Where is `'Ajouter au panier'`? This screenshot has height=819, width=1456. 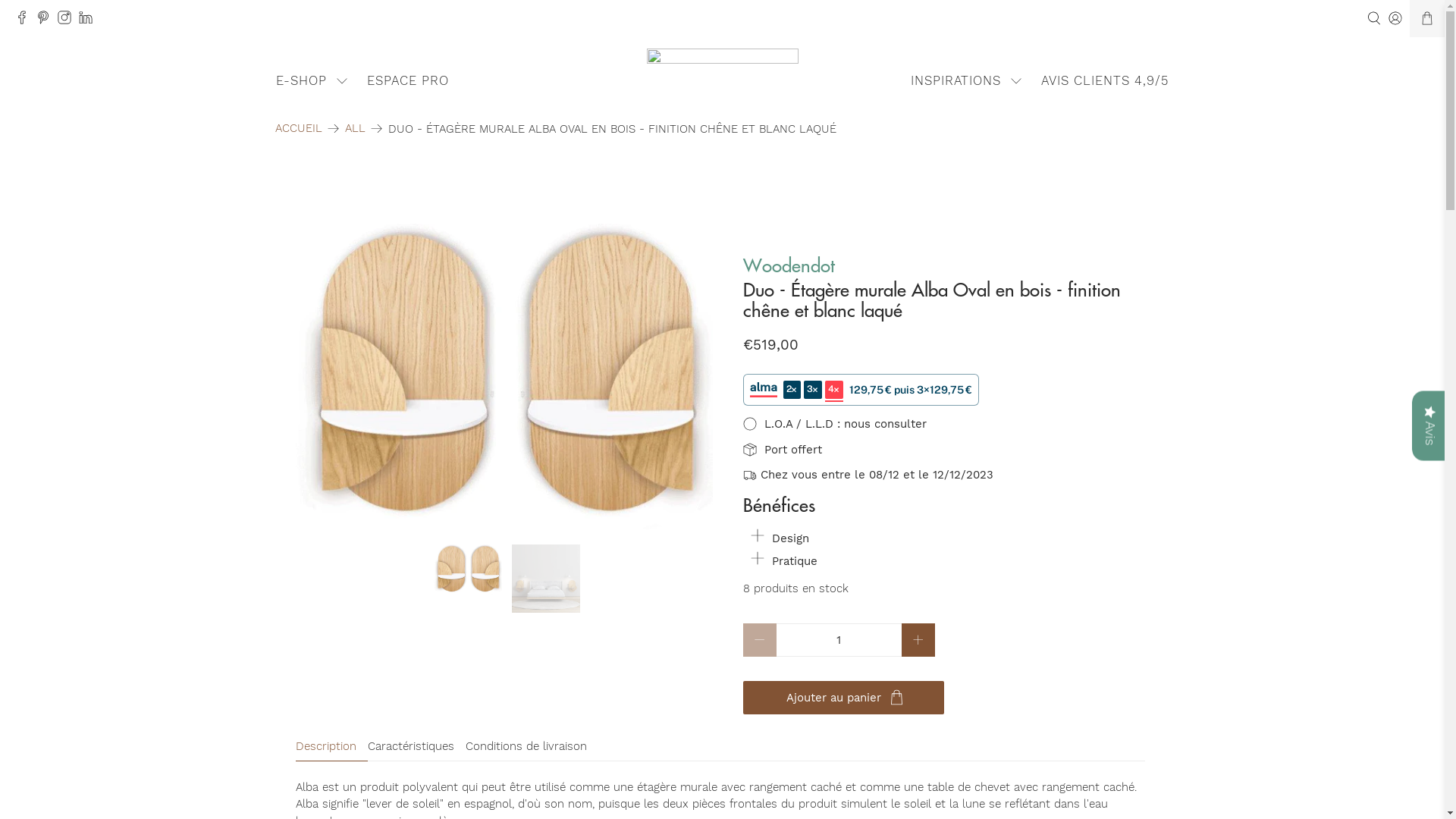
'Ajouter au panier' is located at coordinates (742, 698).